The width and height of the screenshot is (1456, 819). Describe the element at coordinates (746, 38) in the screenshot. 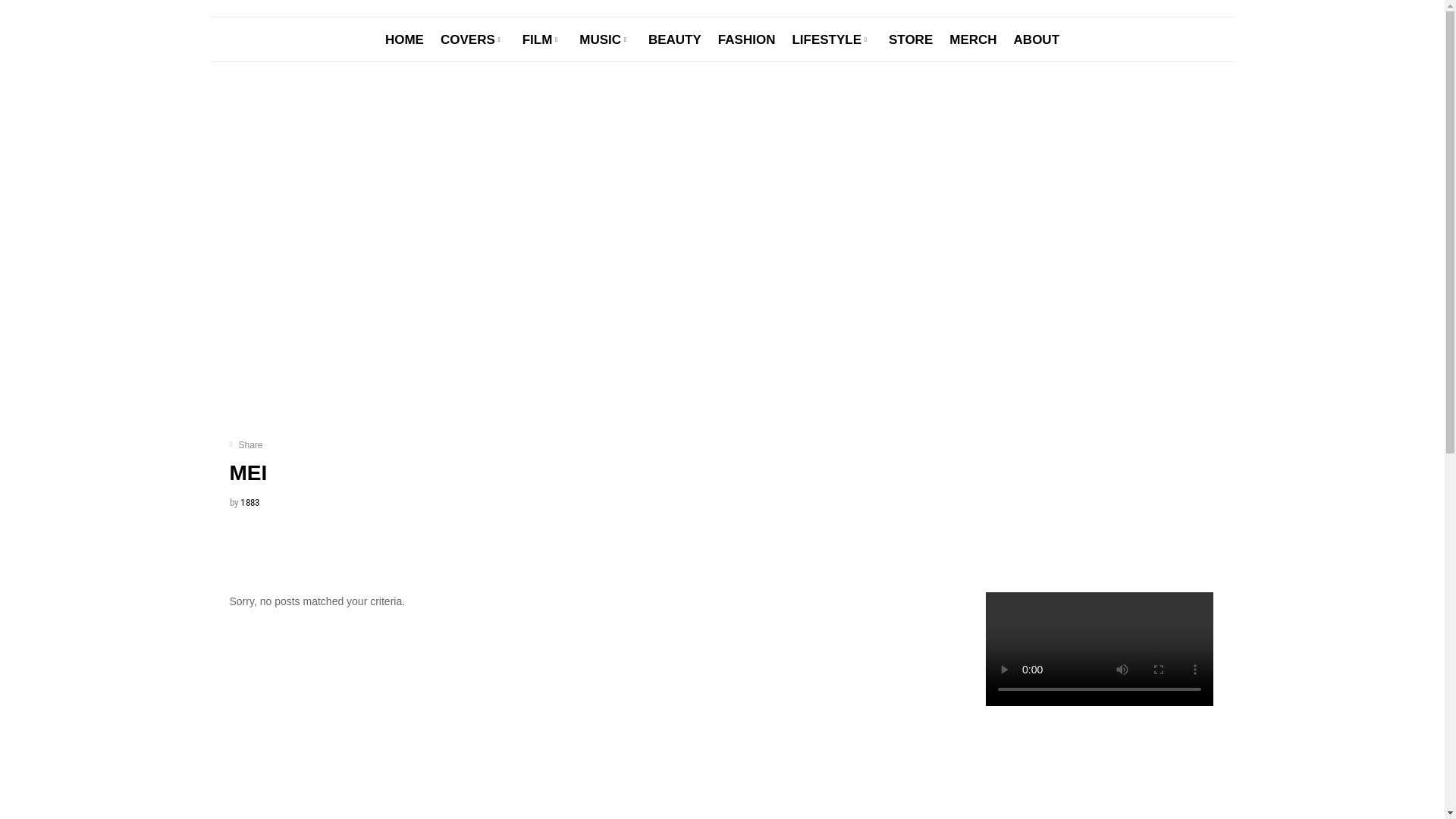

I see `'FASHION'` at that location.